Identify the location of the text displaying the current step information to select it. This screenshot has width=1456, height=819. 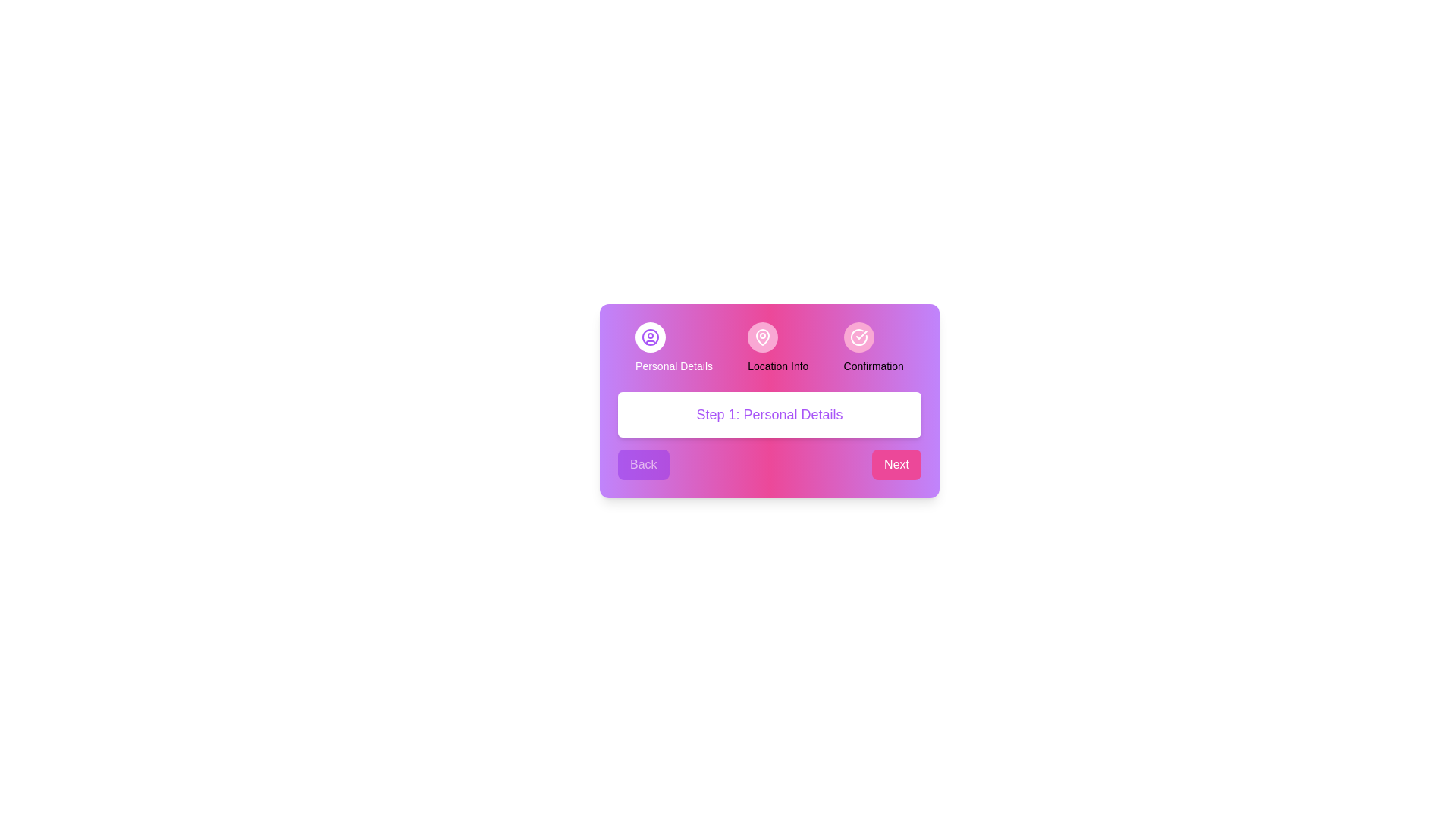
(769, 415).